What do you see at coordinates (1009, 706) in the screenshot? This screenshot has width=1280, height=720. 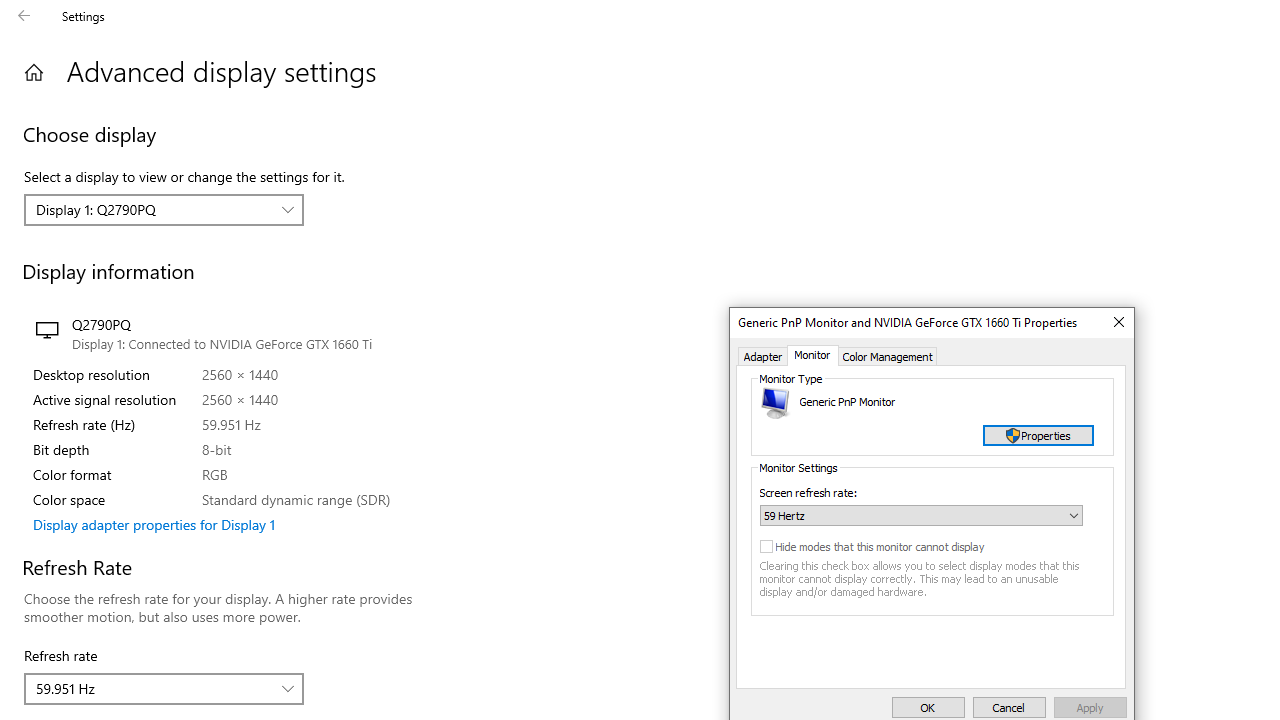 I see `'Cancel'` at bounding box center [1009, 706].